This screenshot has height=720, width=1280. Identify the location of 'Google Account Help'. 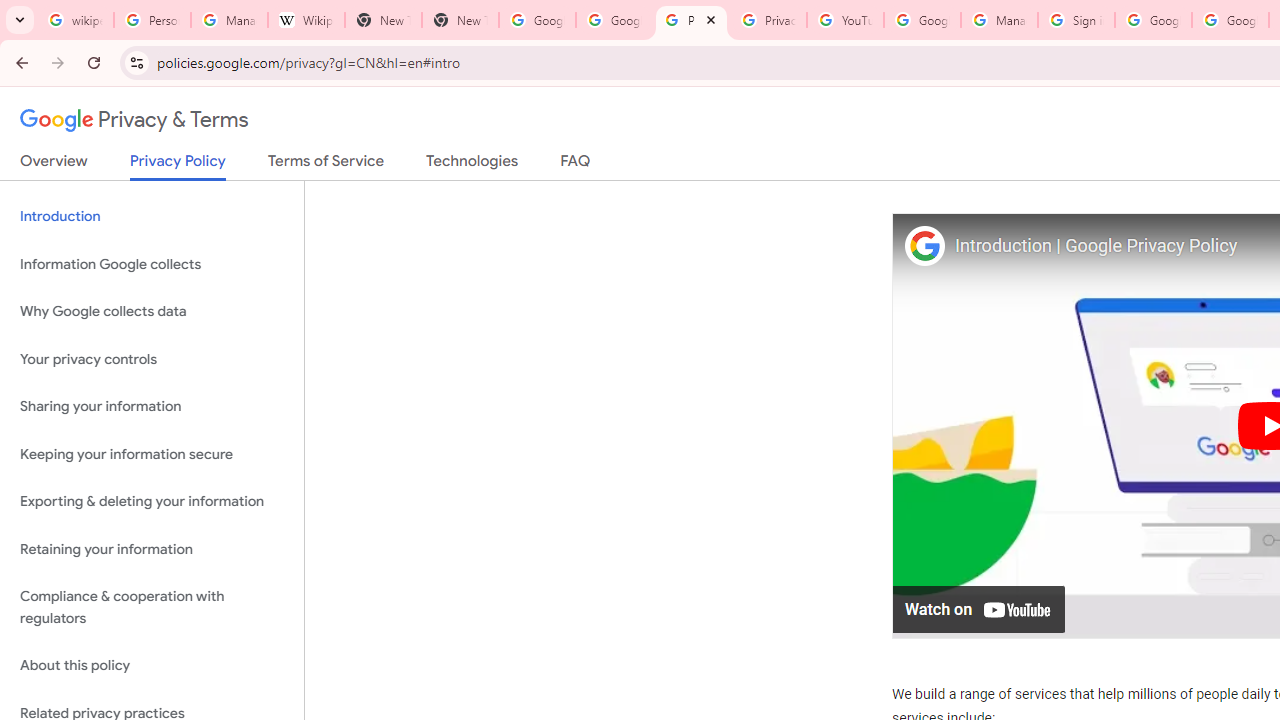
(921, 20).